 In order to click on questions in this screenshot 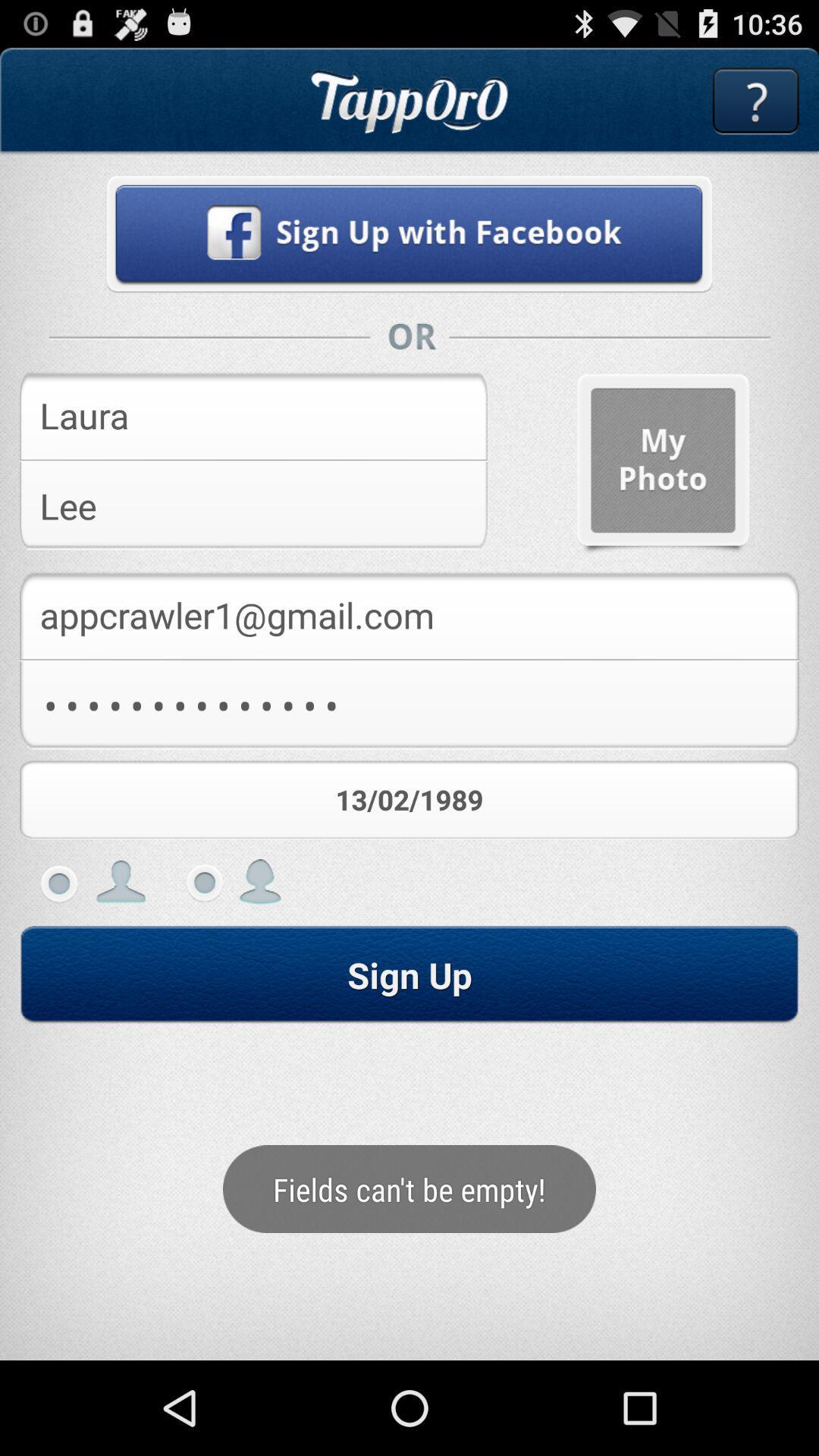, I will do `click(755, 100)`.